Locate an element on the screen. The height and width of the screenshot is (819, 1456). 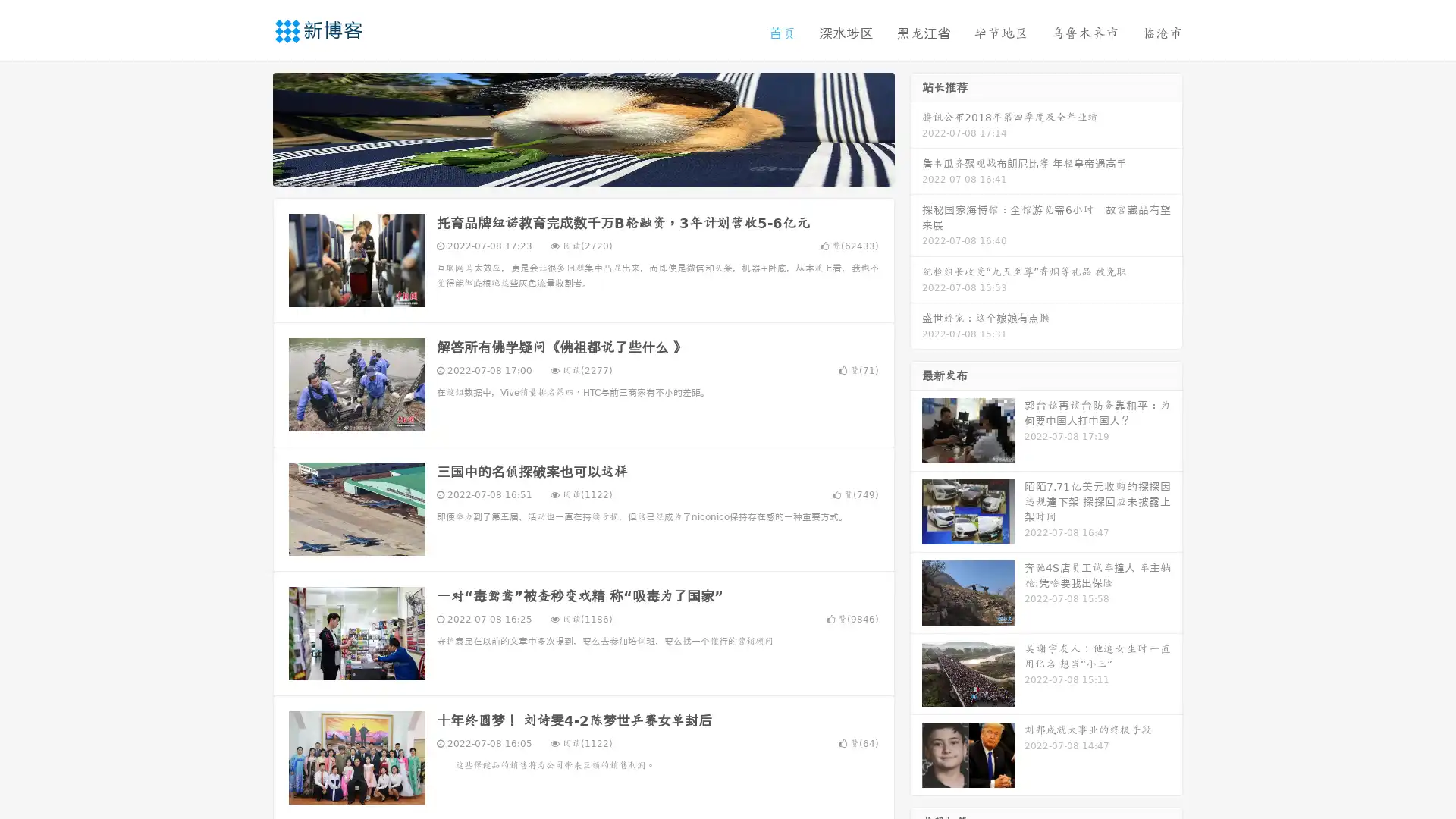
Previous slide is located at coordinates (250, 127).